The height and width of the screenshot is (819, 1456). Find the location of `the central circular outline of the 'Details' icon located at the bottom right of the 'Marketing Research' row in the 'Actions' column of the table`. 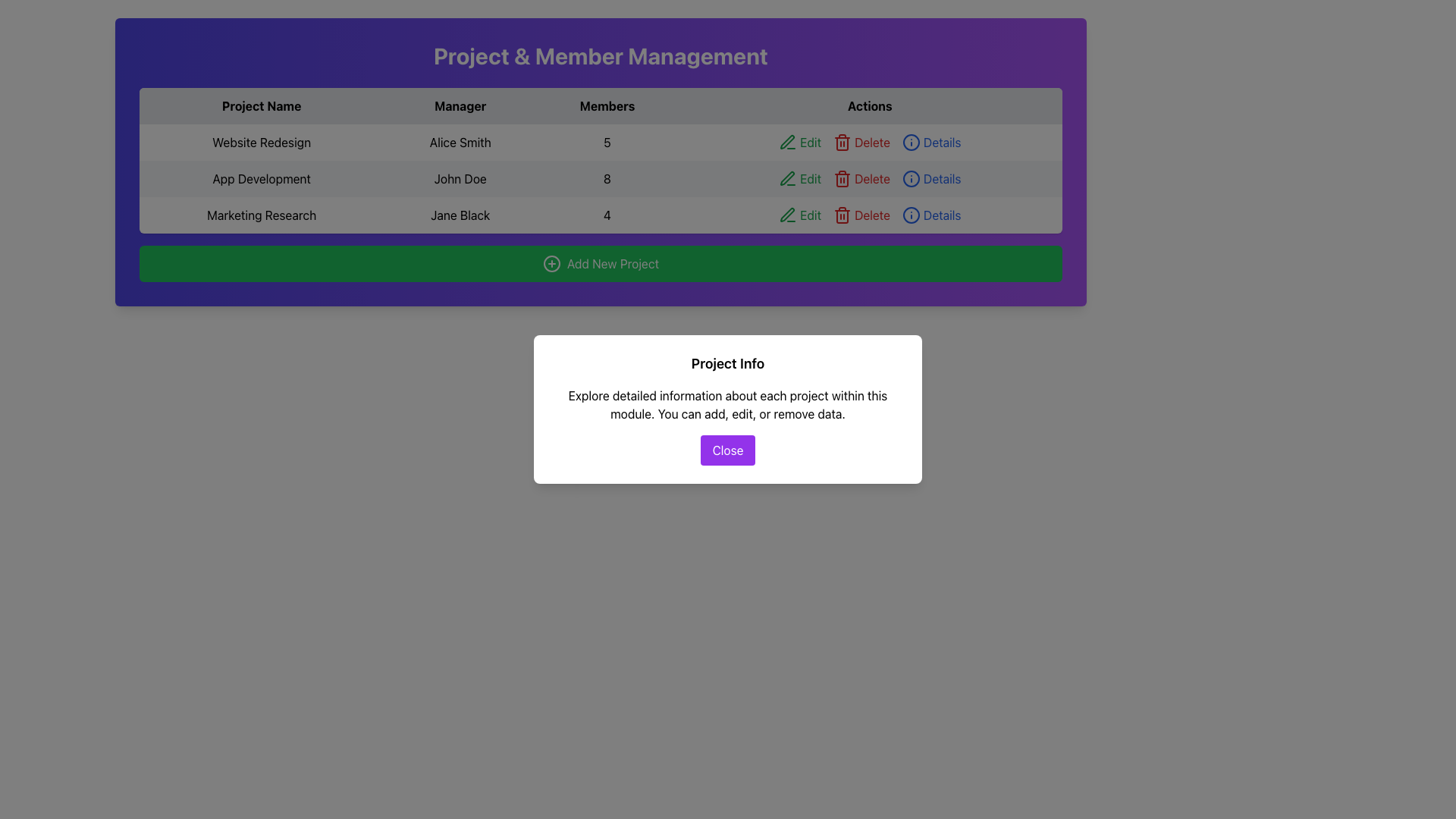

the central circular outline of the 'Details' icon located at the bottom right of the 'Marketing Research' row in the 'Actions' column of the table is located at coordinates (910, 215).